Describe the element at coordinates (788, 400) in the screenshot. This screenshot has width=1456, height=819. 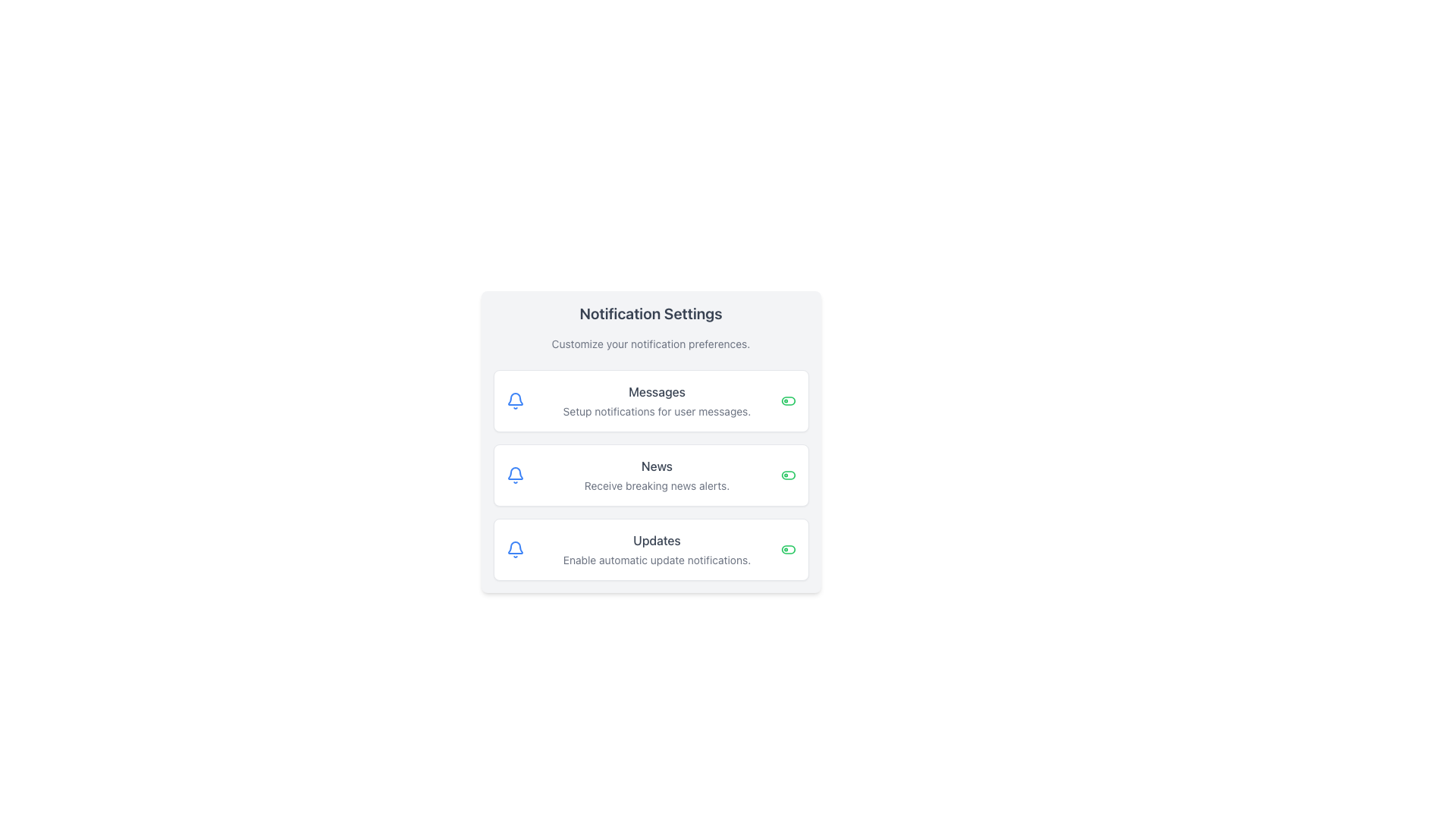
I see `the toggle switch for 'Messages' to enable keyboard interaction` at that location.